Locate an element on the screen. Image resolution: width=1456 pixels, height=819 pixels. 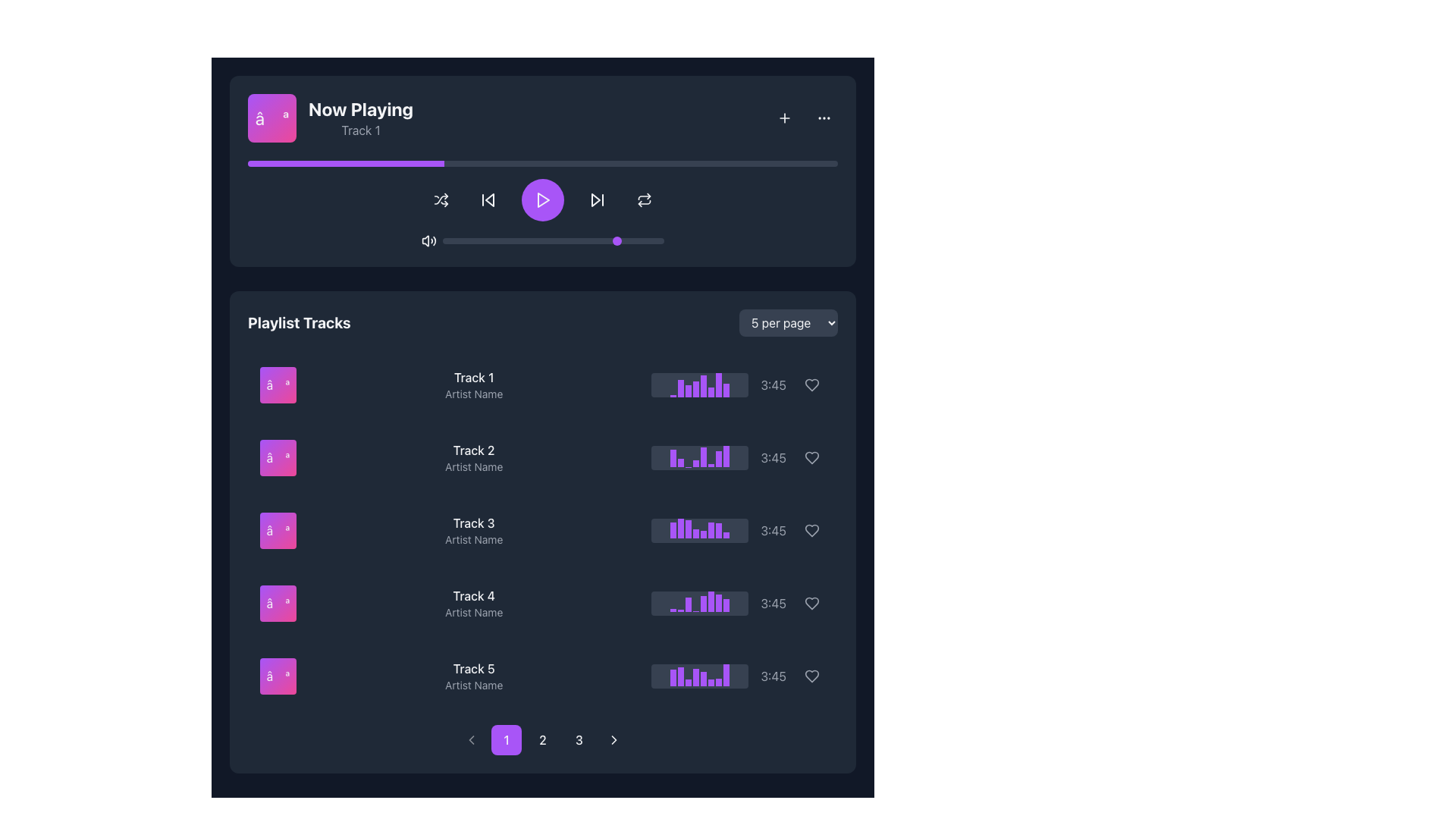
the rightward pointing chevron icon button located at the bottom-right section of the interface is located at coordinates (614, 739).